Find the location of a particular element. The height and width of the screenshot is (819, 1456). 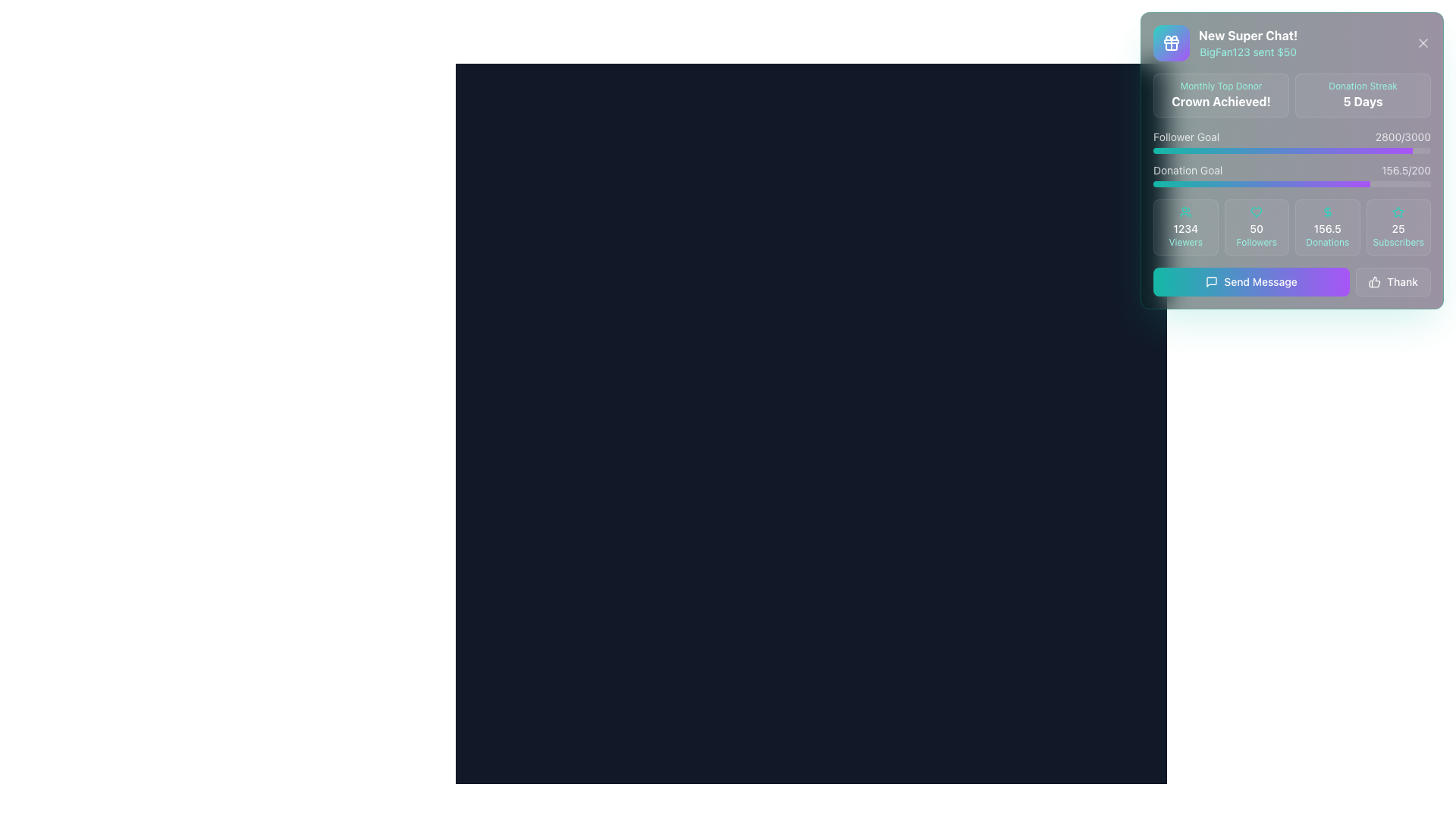

the 'Donation Streak' static text label, which is styled in teal with a small font size and positioned in the upper-right portion of a styled card interface is located at coordinates (1363, 86).